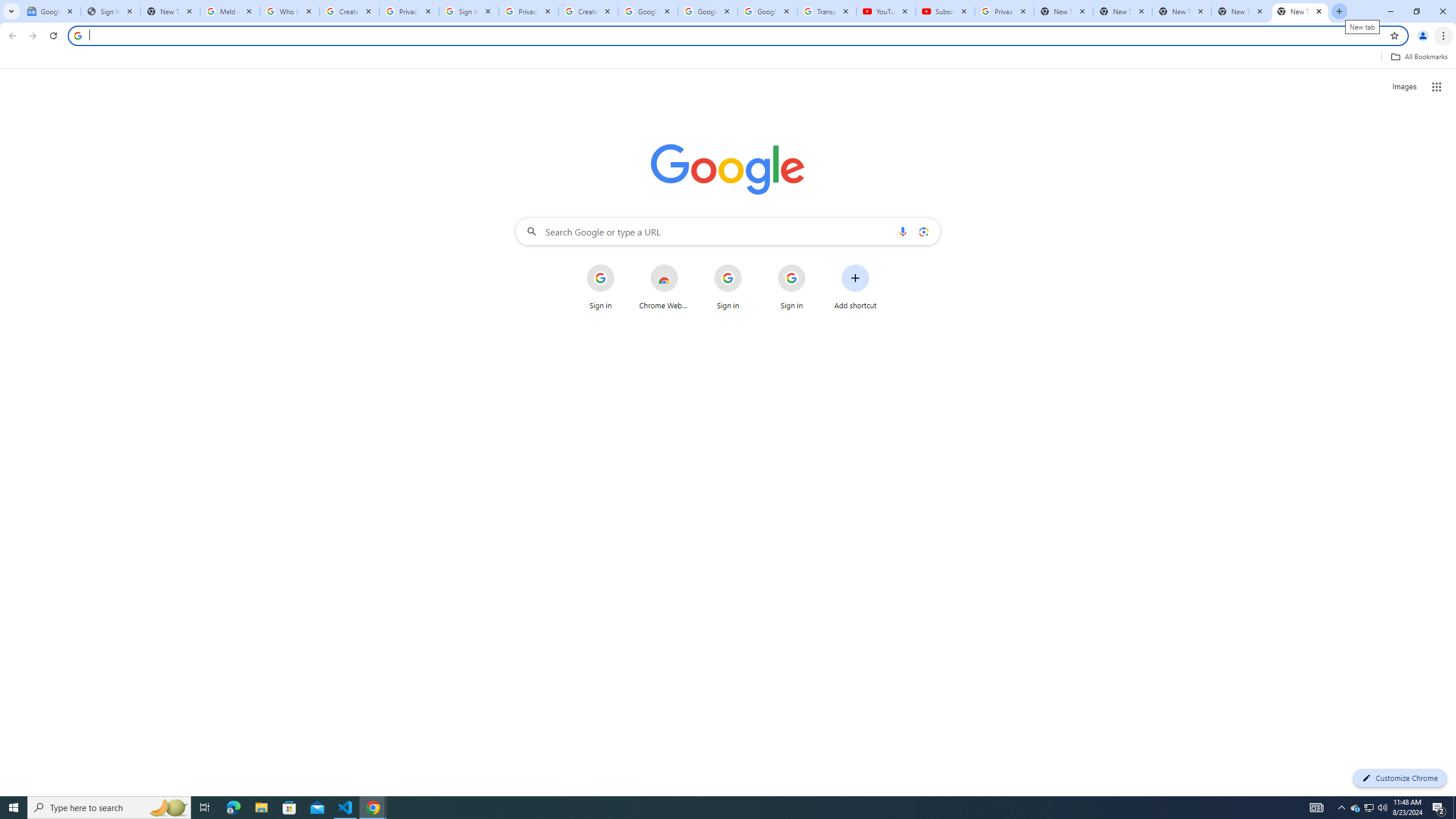 The height and width of the screenshot is (819, 1456). Describe the element at coordinates (289, 11) in the screenshot. I see `'Who is my administrator? - Google Account Help'` at that location.